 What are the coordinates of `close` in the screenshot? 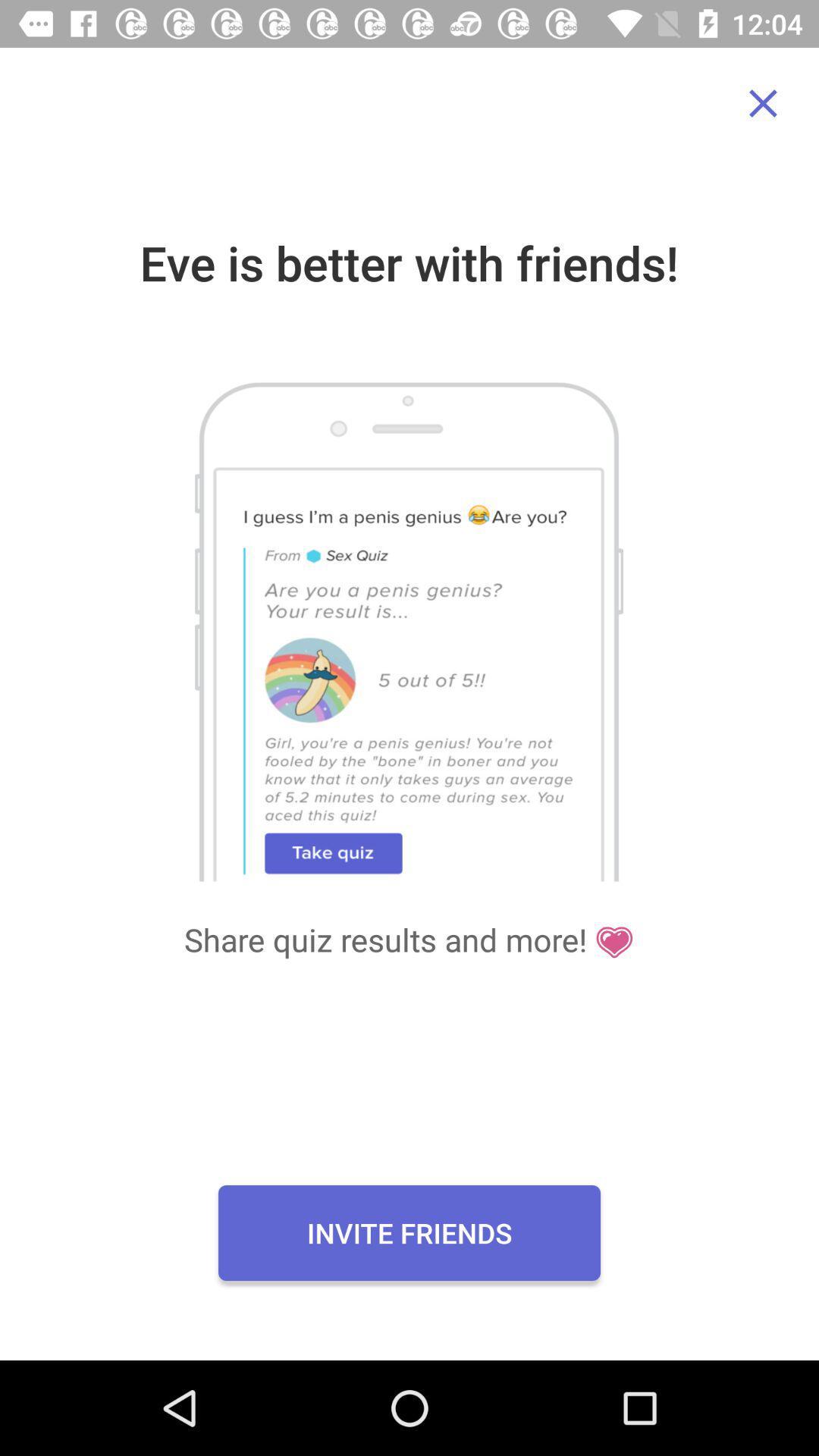 It's located at (763, 102).